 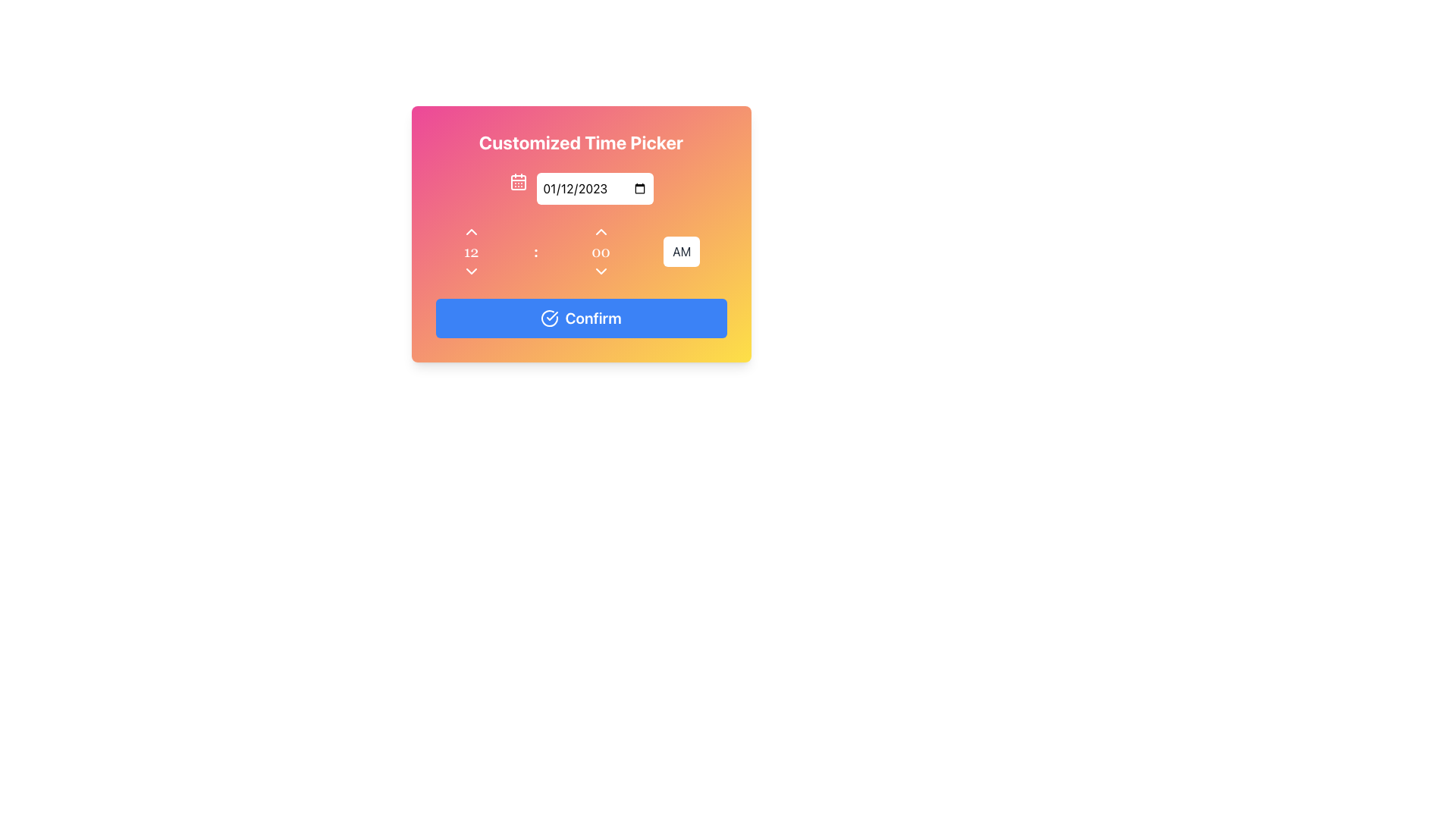 I want to click on the Date input box styled with a white background and black text to activate the date picker functionality, so click(x=594, y=188).